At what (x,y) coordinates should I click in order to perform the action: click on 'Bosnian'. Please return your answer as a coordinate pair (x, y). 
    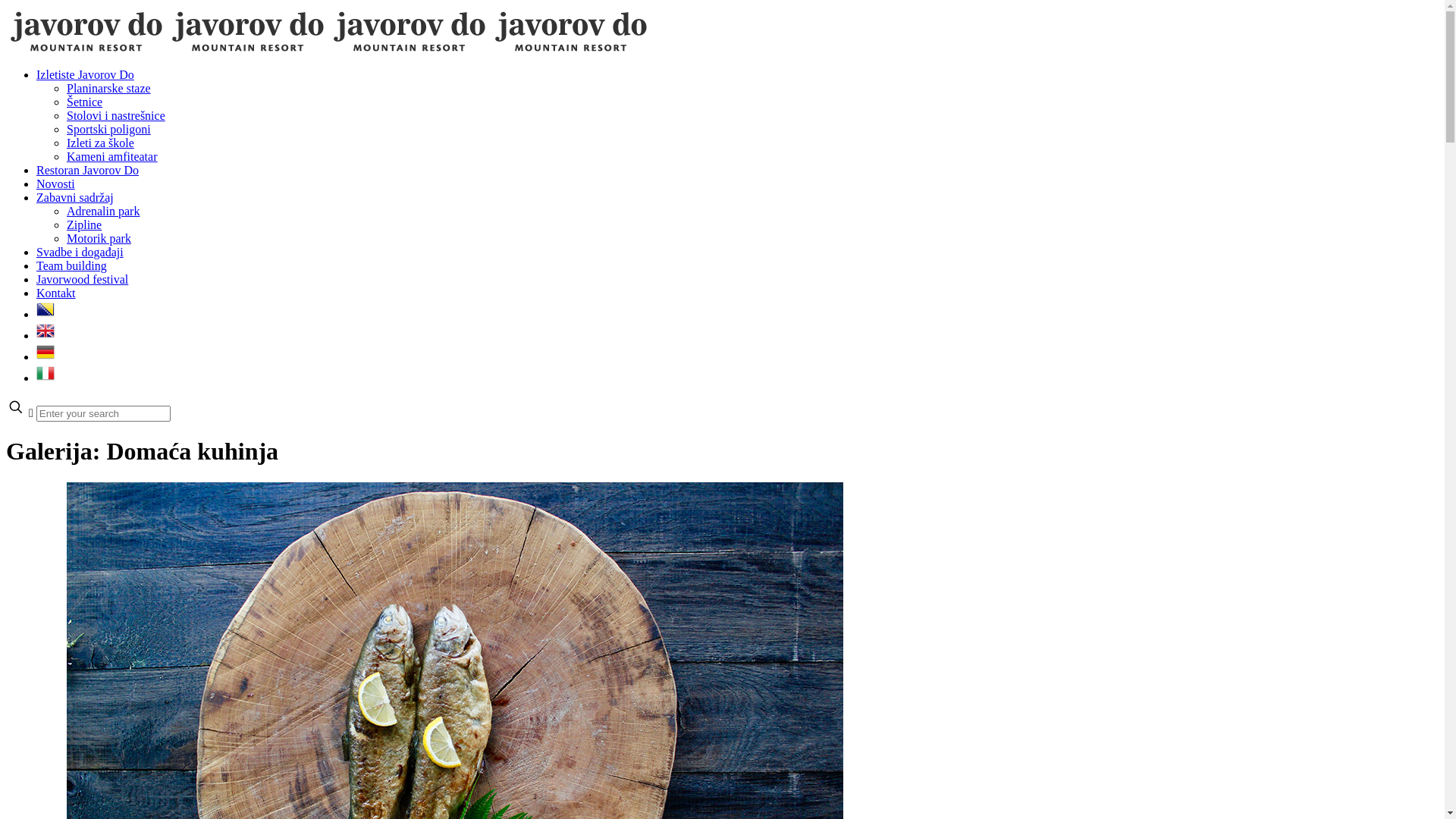
    Looking at the image, I should click on (45, 313).